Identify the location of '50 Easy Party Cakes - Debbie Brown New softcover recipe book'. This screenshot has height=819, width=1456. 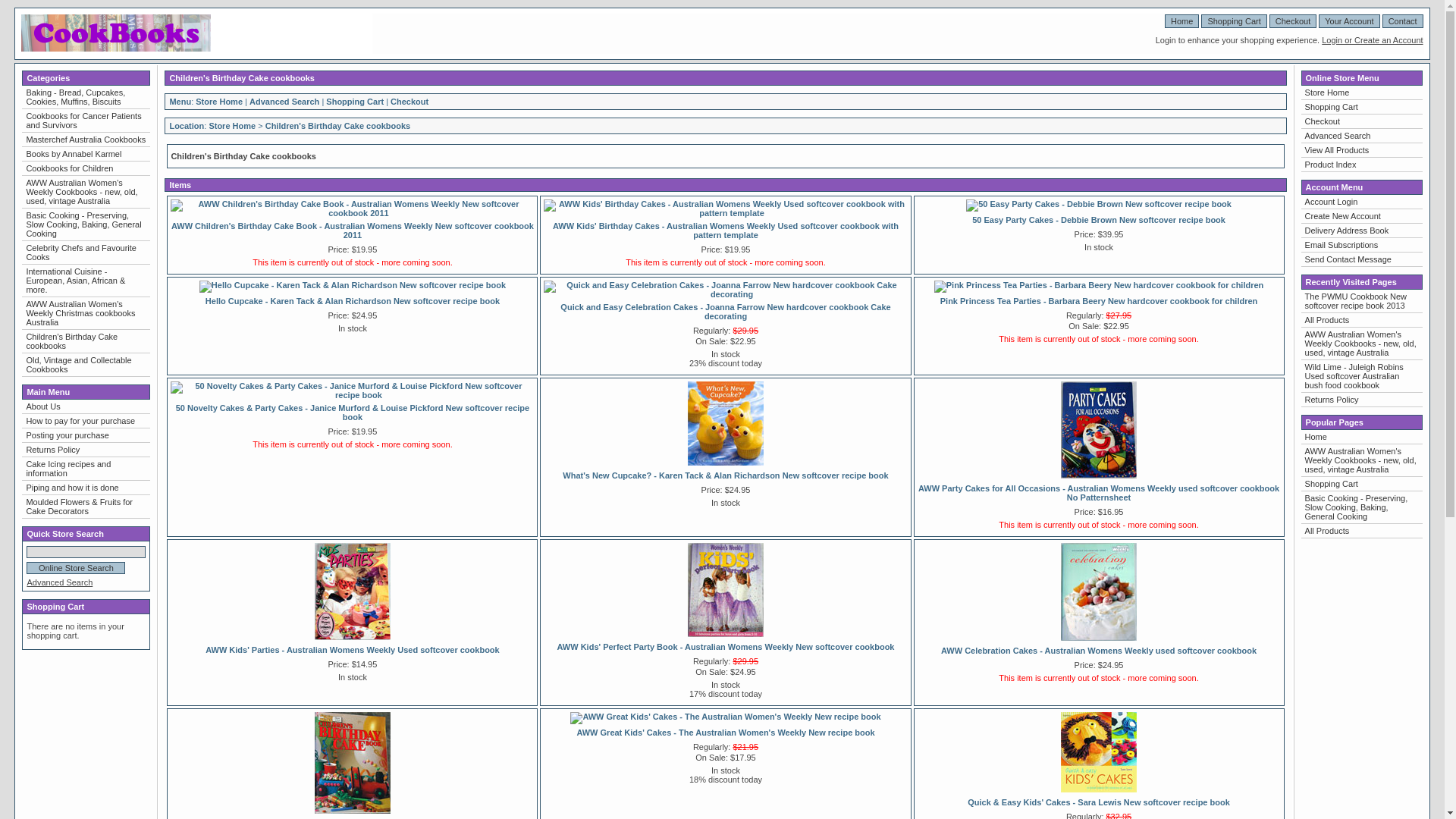
(1099, 219).